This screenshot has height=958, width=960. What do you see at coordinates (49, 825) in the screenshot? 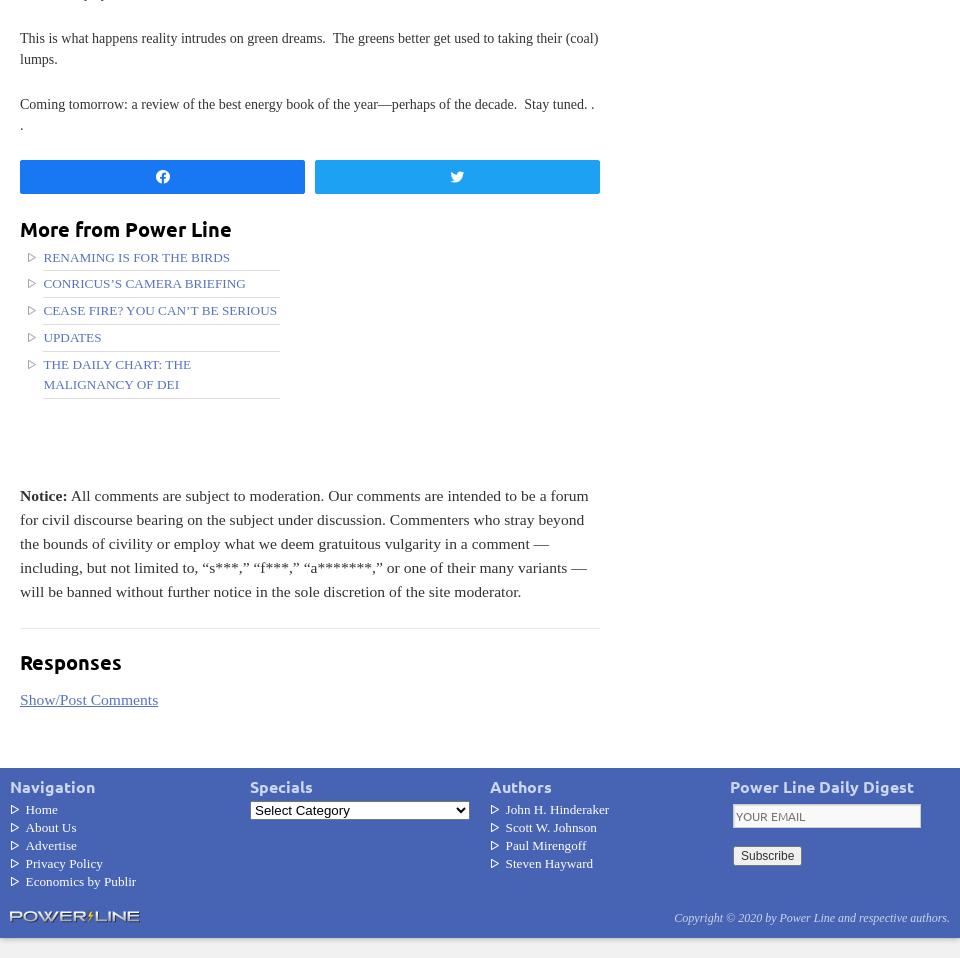
I see `'About Us'` at bounding box center [49, 825].